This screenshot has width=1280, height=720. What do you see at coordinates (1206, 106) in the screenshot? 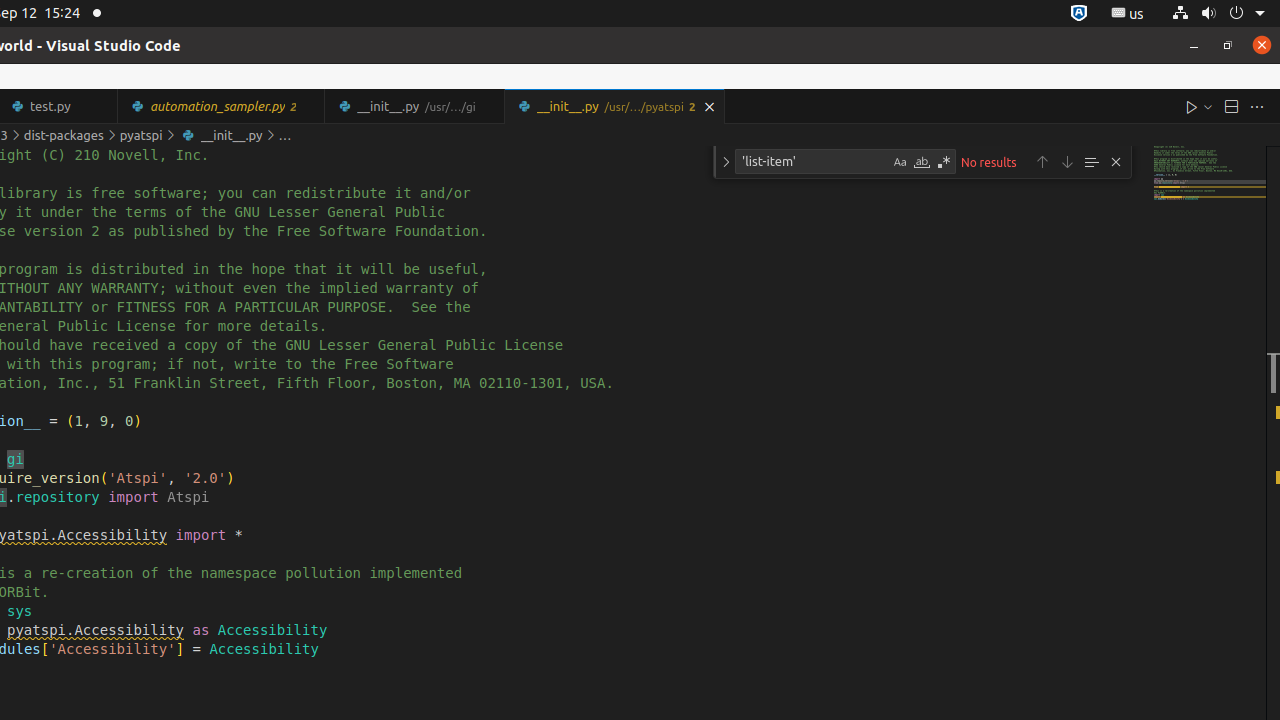
I see `'Run or Debug...'` at bounding box center [1206, 106].